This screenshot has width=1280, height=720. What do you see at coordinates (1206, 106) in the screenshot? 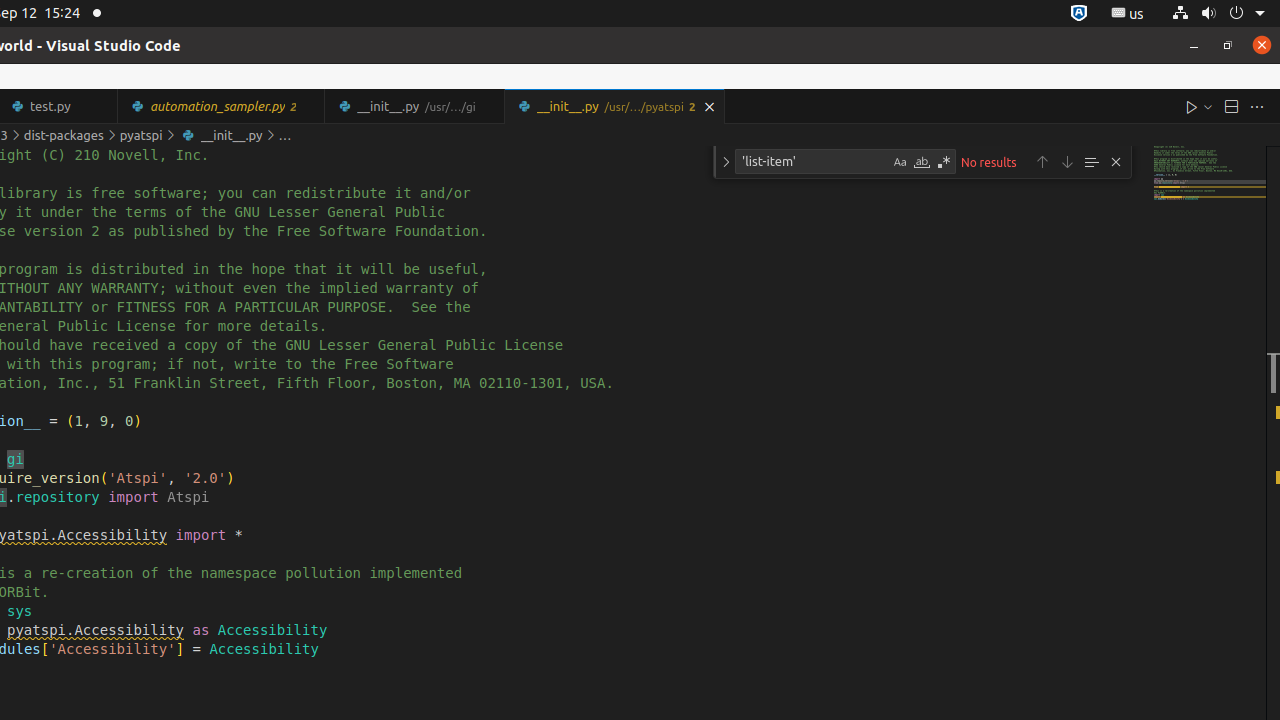
I see `'Run or Debug...'` at bounding box center [1206, 106].